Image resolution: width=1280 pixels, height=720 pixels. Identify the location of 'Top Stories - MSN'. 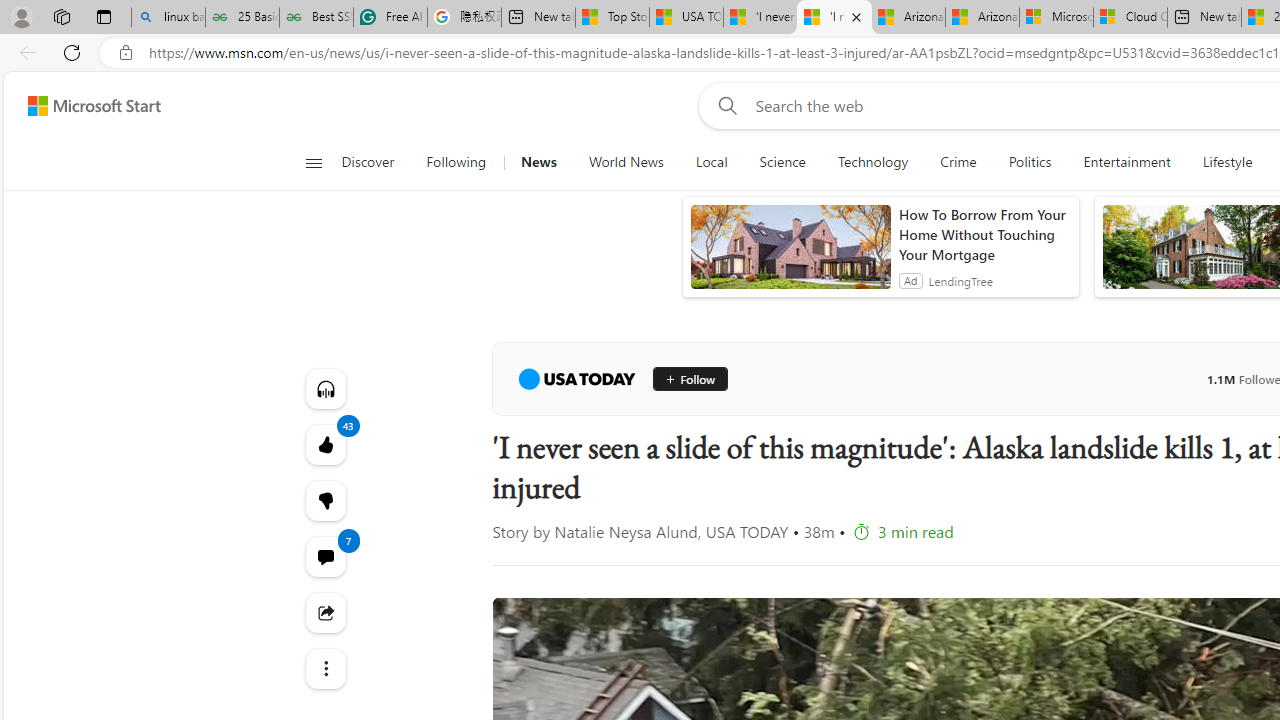
(611, 17).